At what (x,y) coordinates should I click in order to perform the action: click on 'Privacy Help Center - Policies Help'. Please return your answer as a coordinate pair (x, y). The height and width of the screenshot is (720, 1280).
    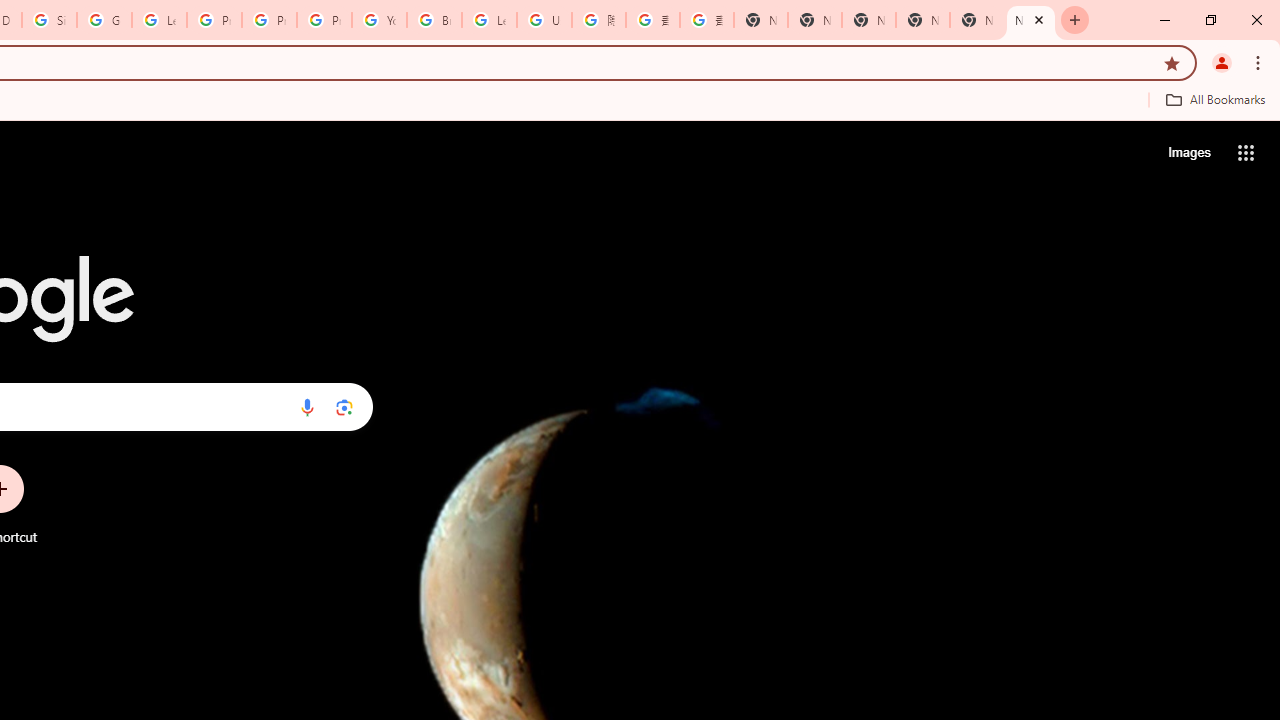
    Looking at the image, I should click on (268, 20).